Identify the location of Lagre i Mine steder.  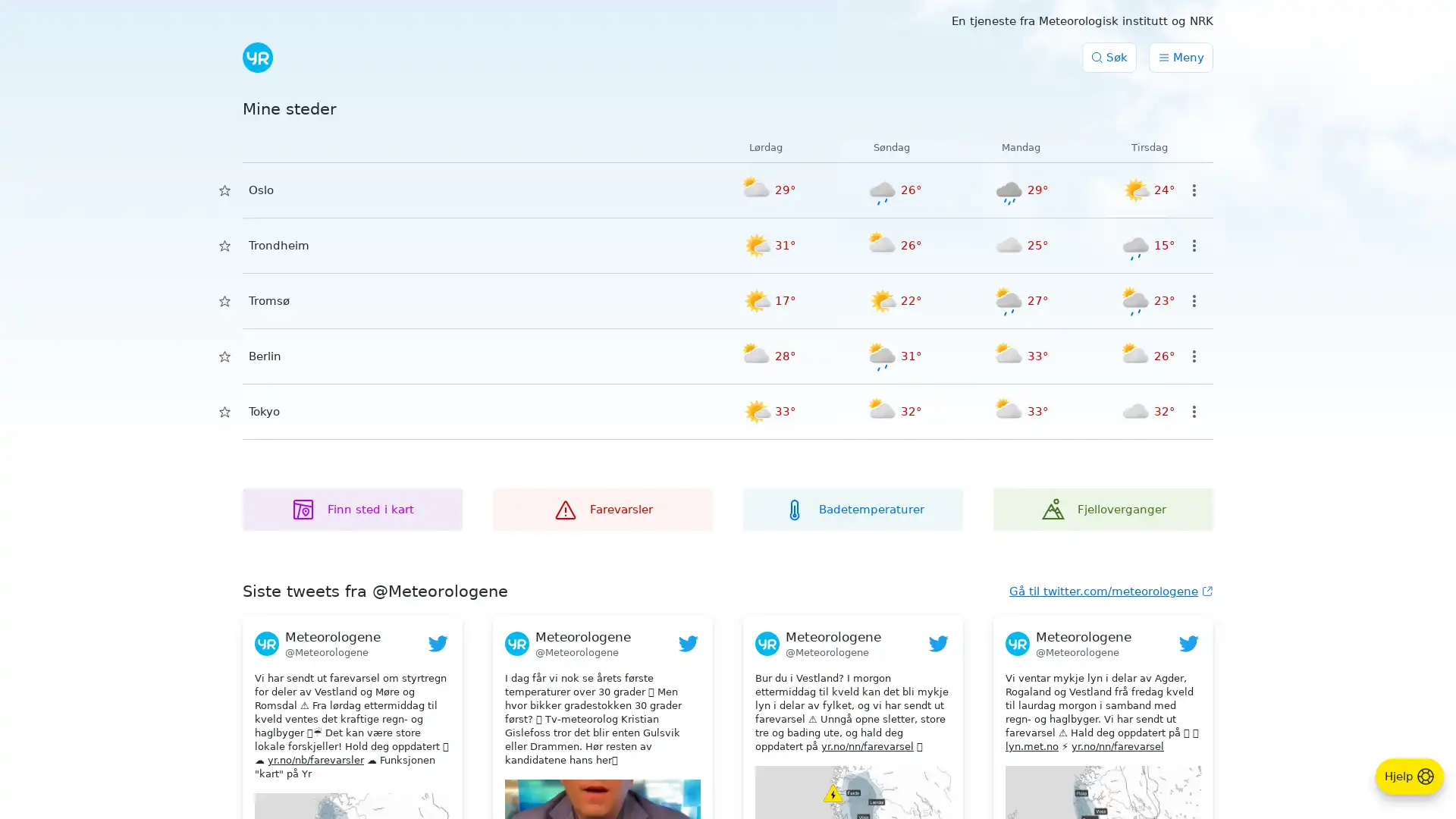
(224, 356).